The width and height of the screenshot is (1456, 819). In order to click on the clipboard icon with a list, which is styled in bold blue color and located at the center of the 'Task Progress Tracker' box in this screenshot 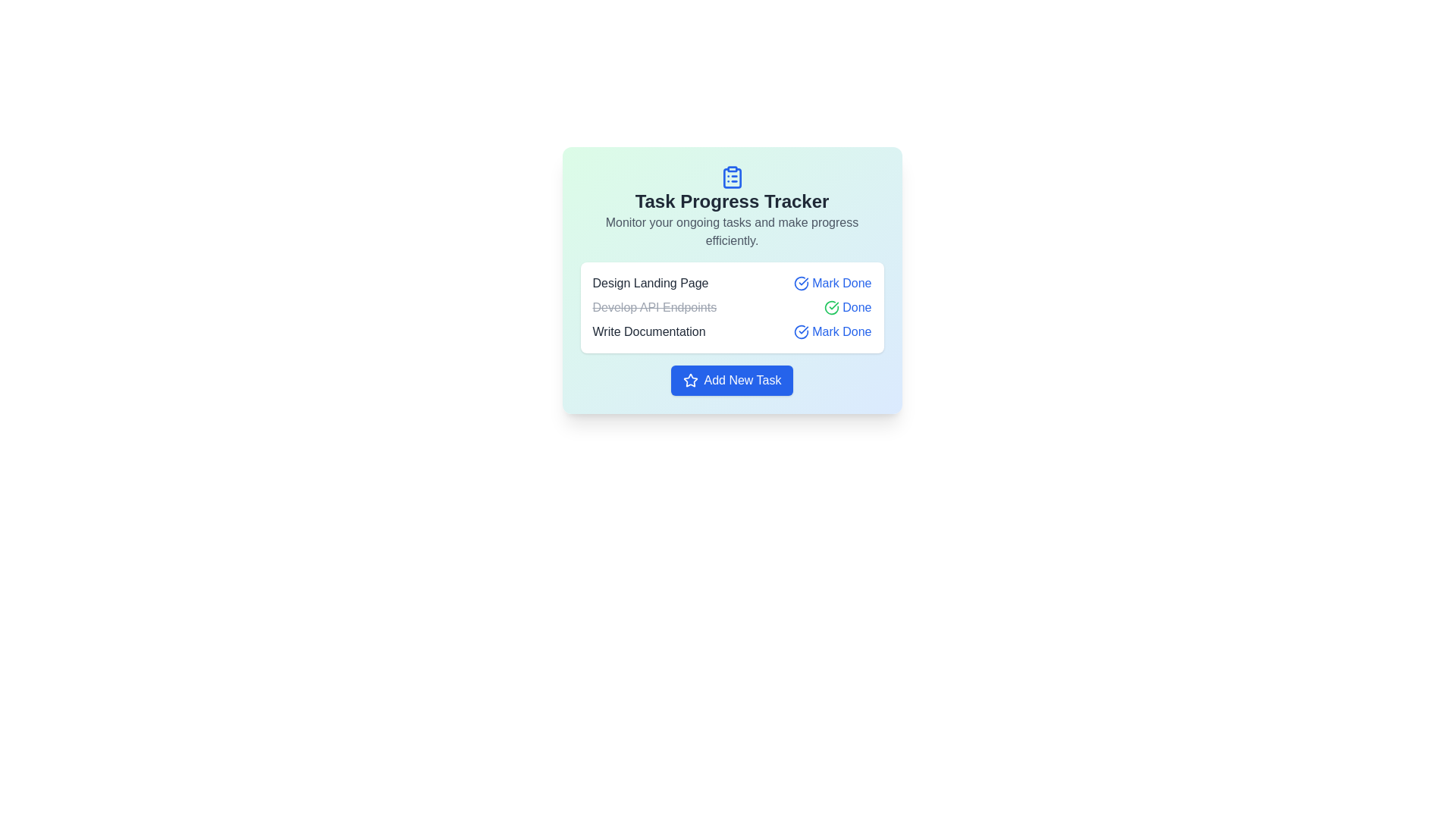, I will do `click(732, 177)`.